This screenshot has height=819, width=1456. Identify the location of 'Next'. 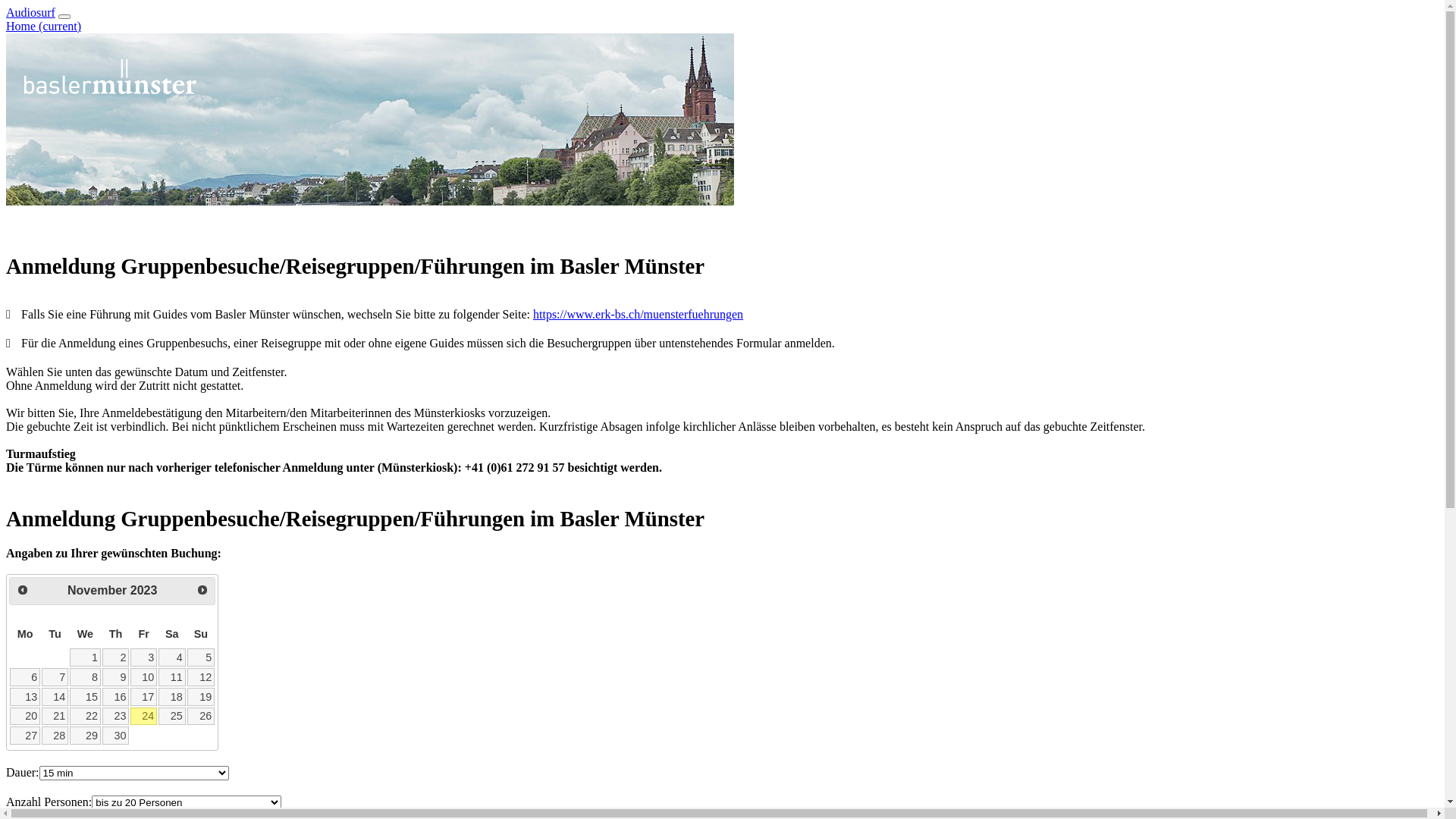
(201, 589).